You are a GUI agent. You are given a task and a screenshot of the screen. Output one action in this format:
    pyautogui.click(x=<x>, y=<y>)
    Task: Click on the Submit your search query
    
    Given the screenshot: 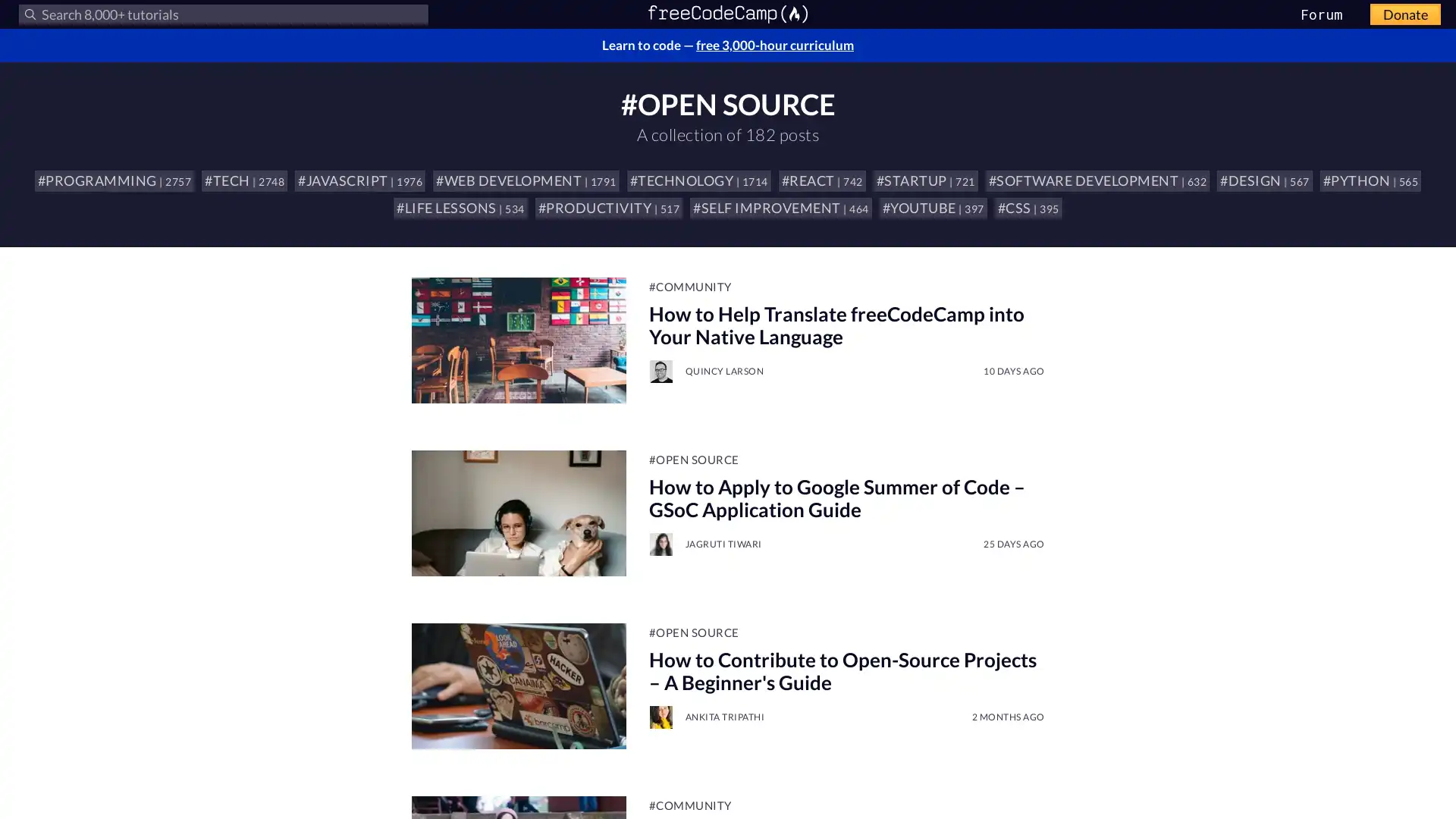 What is the action you would take?
    pyautogui.click(x=30, y=14)
    